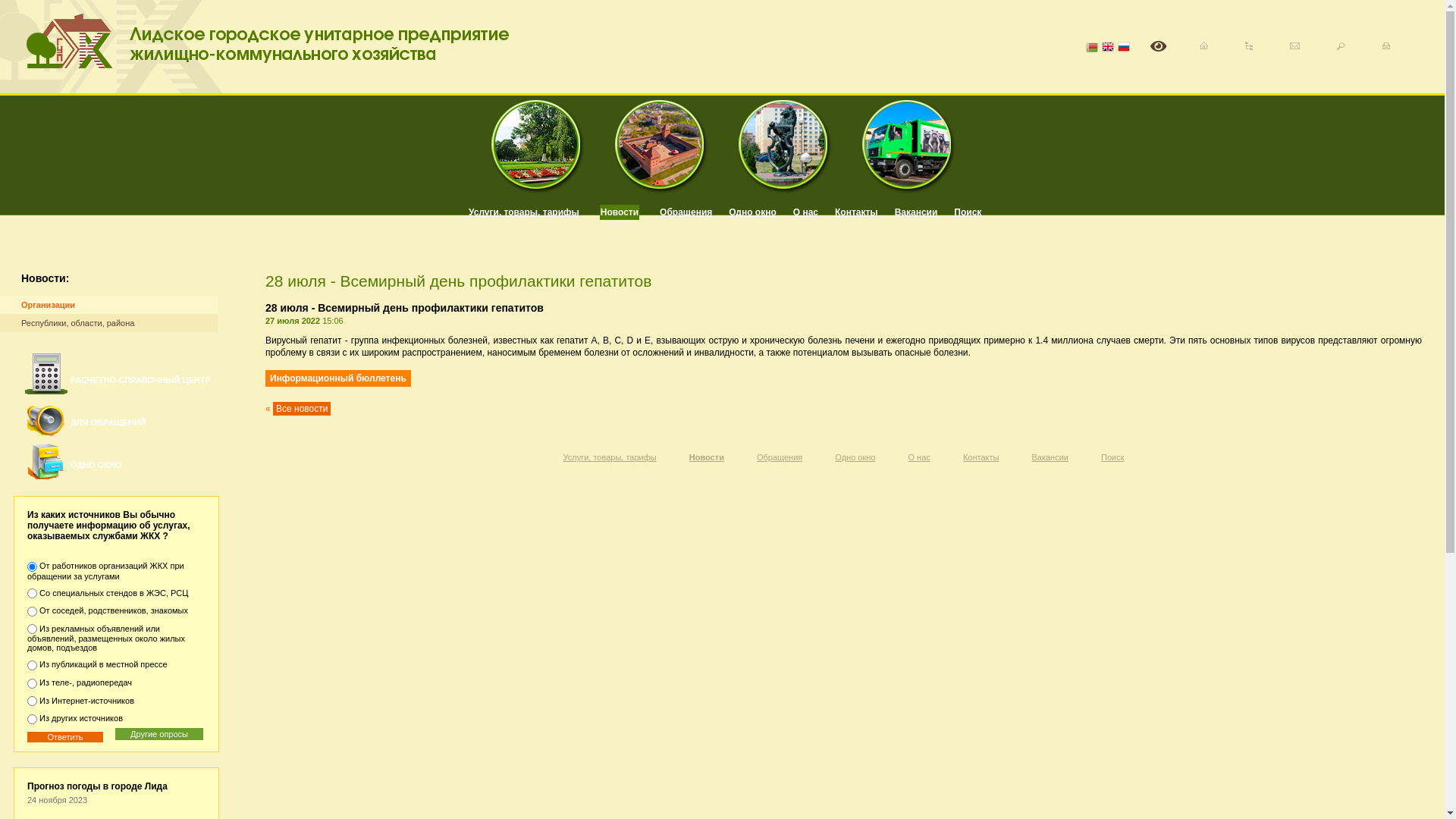 The height and width of the screenshot is (819, 1456). Describe the element at coordinates (1084, 47) in the screenshot. I see `'Belarusian'` at that location.